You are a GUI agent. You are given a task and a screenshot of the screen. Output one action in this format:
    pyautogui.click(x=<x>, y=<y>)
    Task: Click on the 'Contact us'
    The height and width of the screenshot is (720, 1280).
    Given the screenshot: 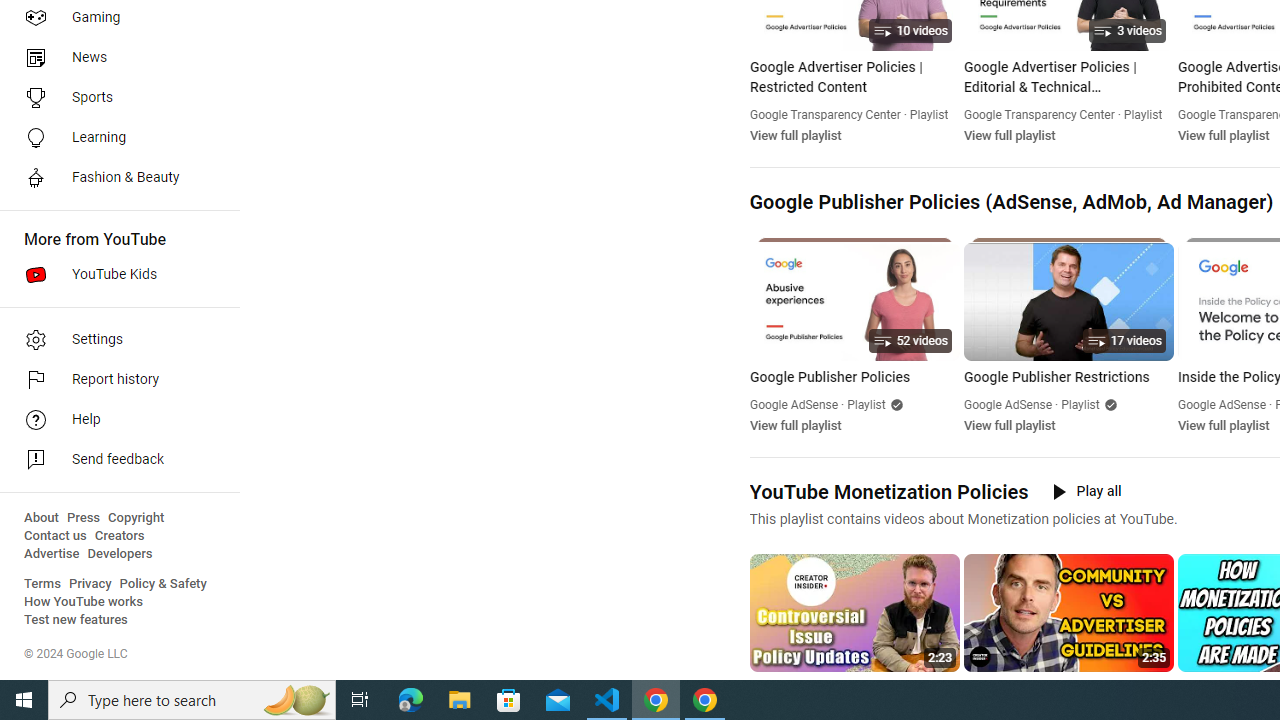 What is the action you would take?
    pyautogui.click(x=55, y=535)
    